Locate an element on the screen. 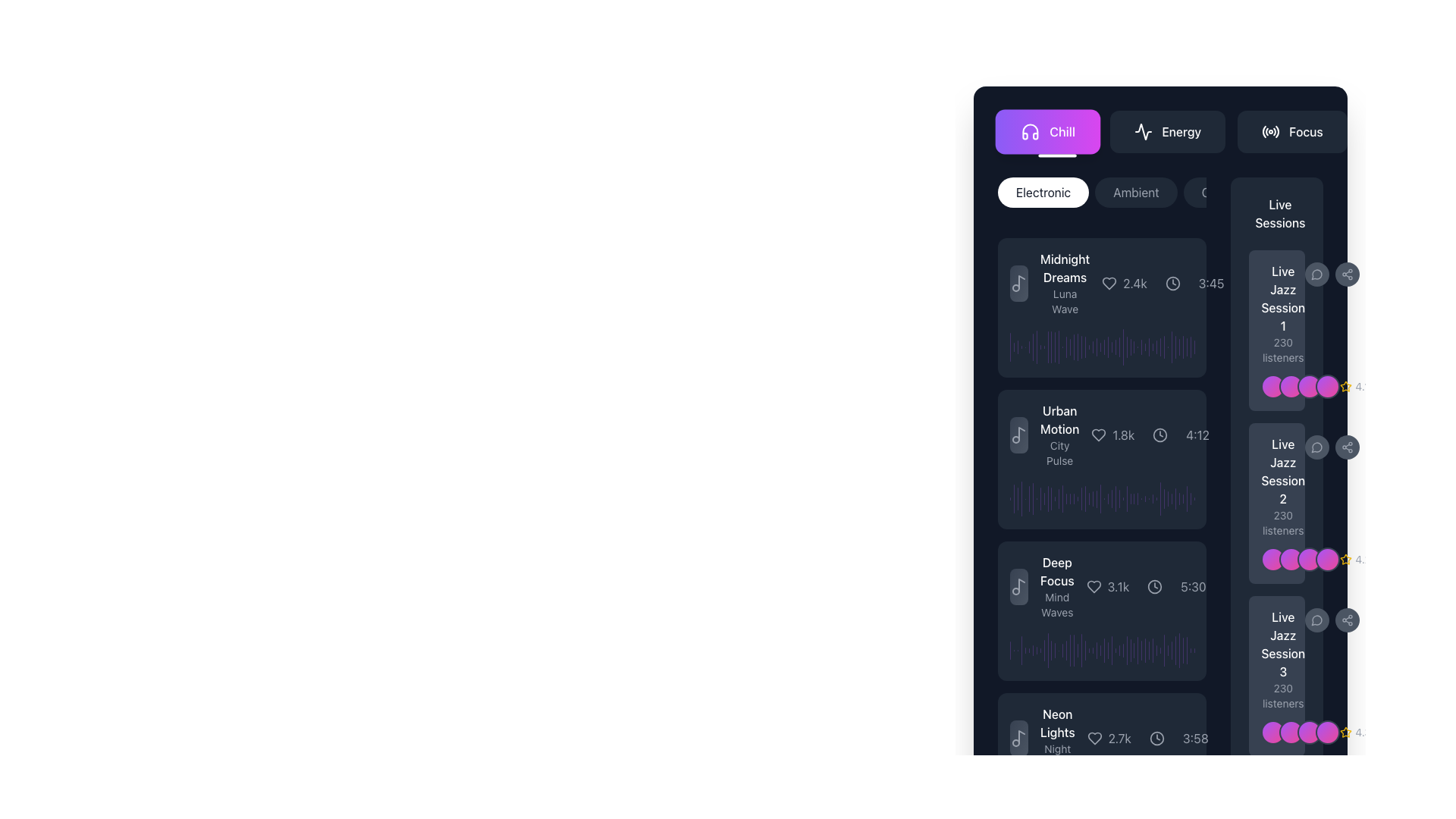  the share icon button, which is depicted as three connected circles in a triangular layout is located at coordinates (1348, 620).